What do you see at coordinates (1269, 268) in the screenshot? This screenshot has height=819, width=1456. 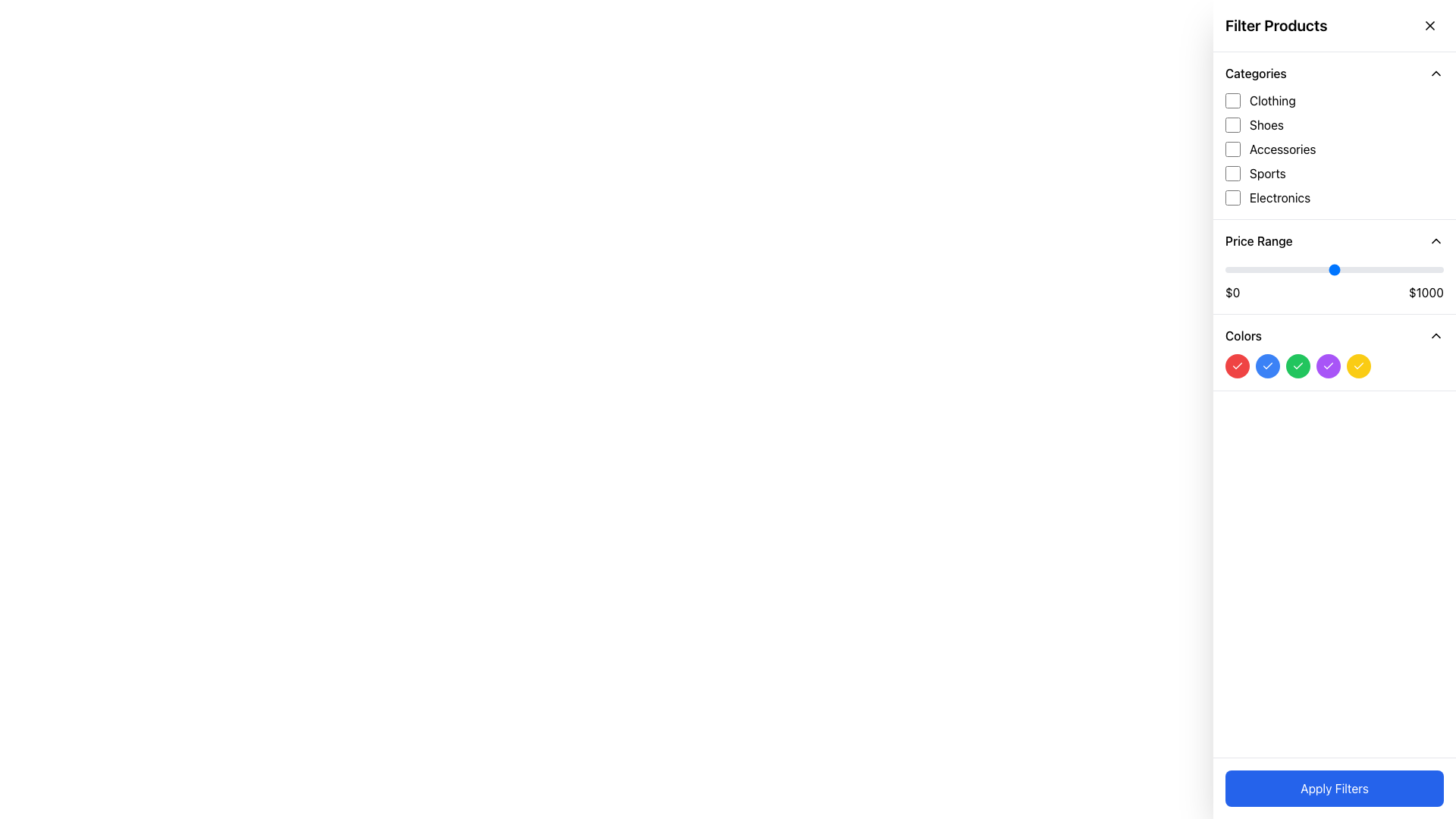 I see `the price range slider` at bounding box center [1269, 268].